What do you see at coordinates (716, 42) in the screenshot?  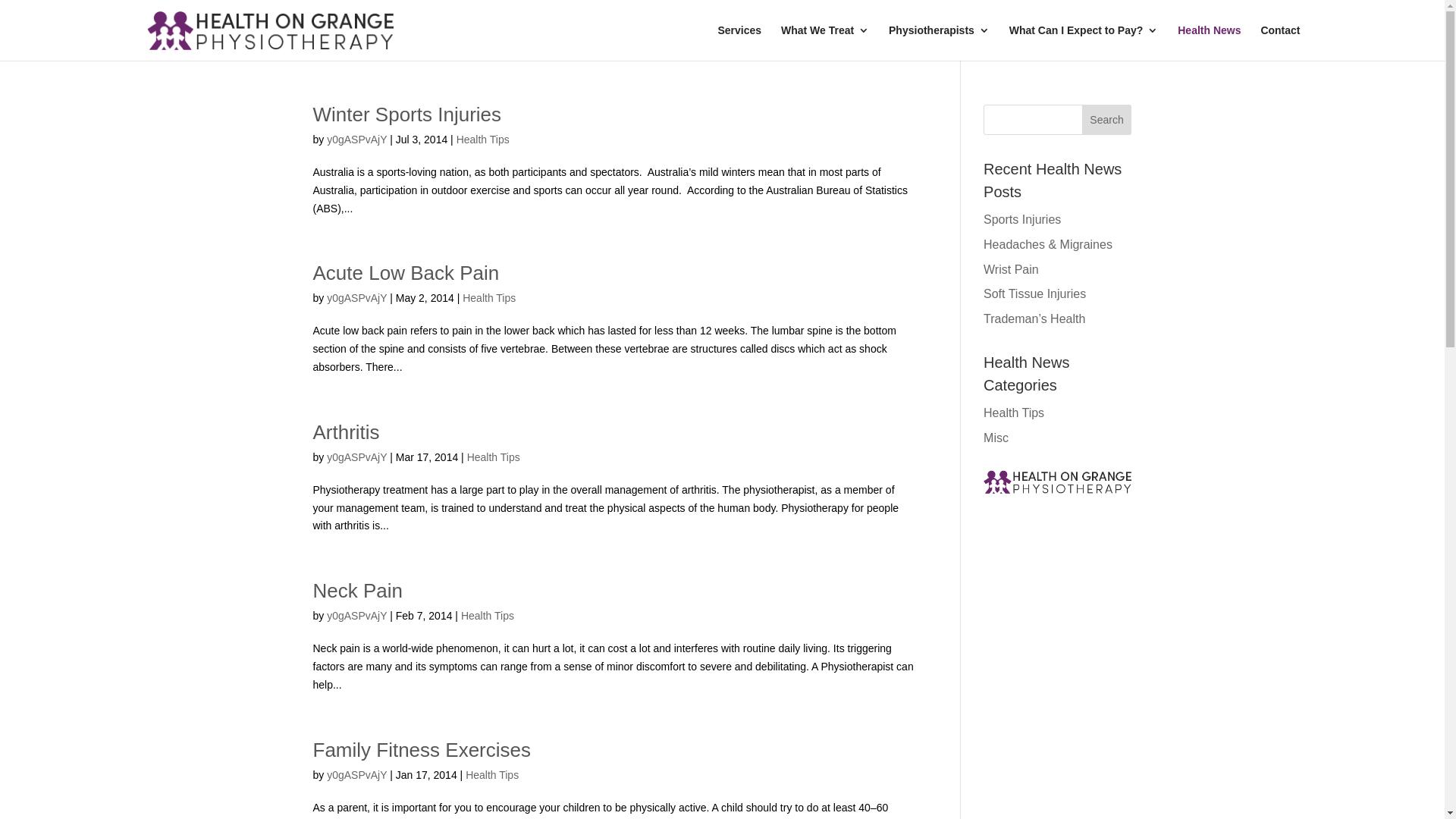 I see `'Services'` at bounding box center [716, 42].